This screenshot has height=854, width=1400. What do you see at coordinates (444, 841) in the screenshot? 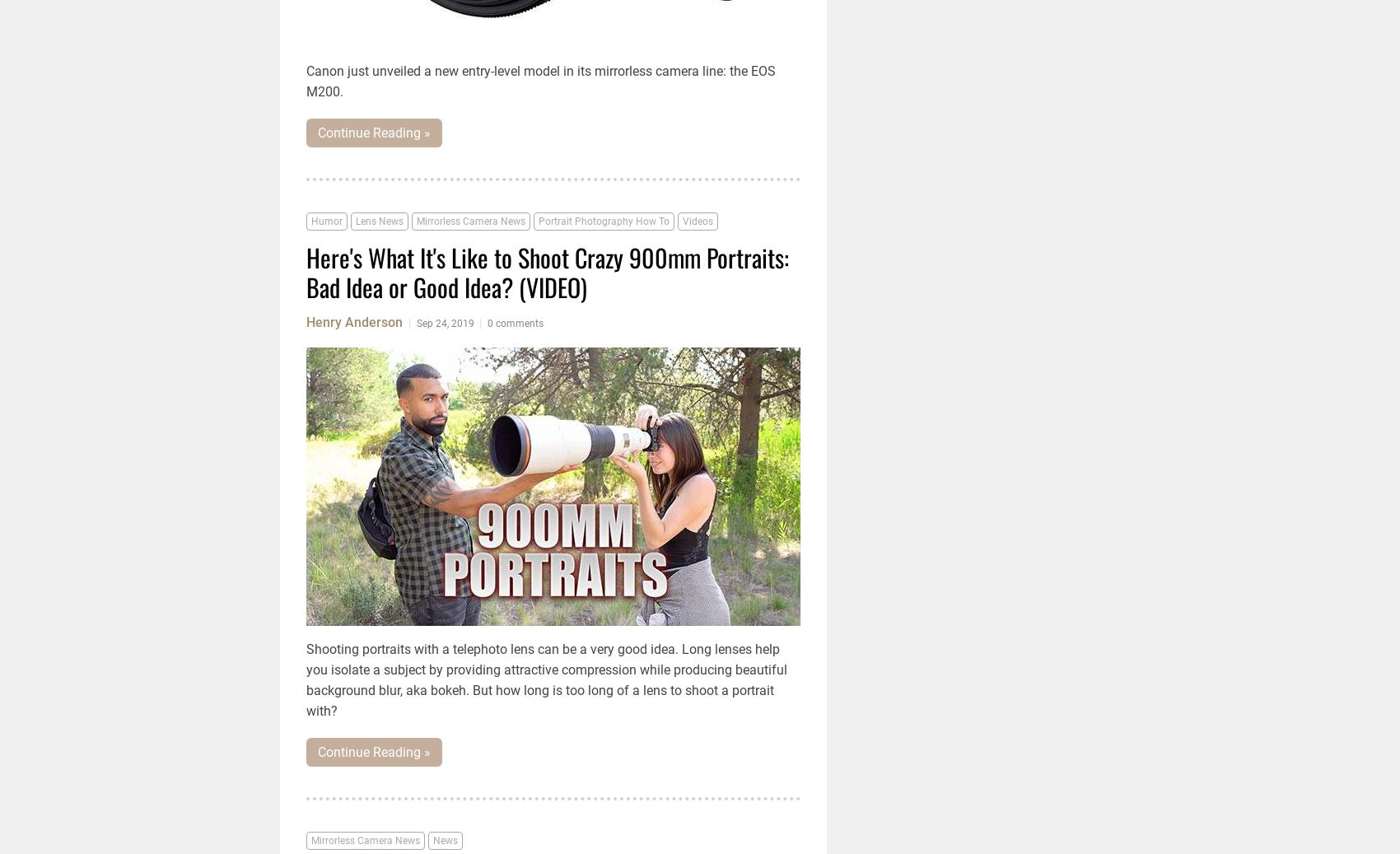
I see `'News'` at bounding box center [444, 841].